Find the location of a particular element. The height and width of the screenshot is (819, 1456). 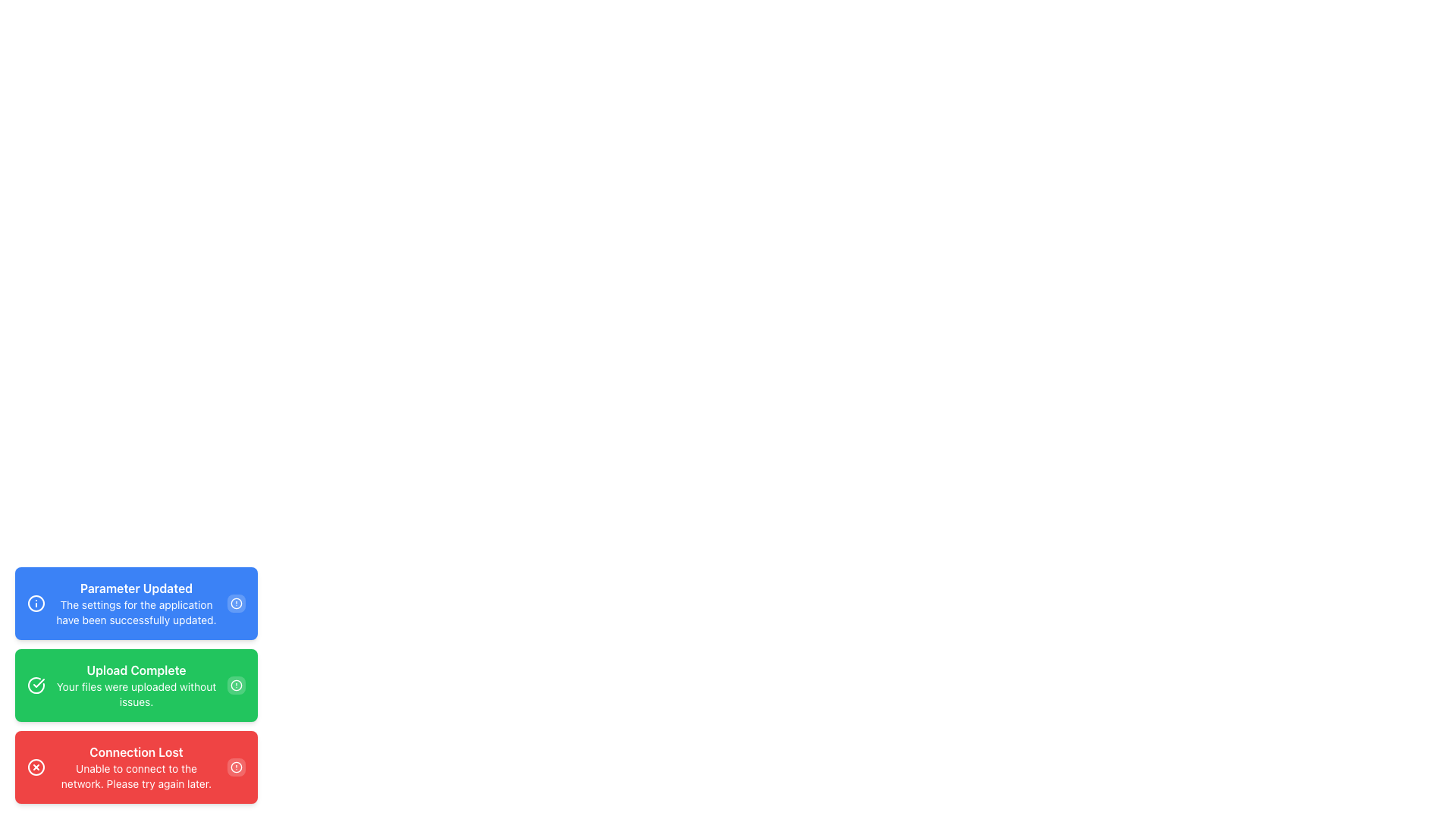

the message box displaying a warning with a red background and white text that reads 'Connection Lost' and 'Unable to connect to the network. Please try again later.' is located at coordinates (136, 767).